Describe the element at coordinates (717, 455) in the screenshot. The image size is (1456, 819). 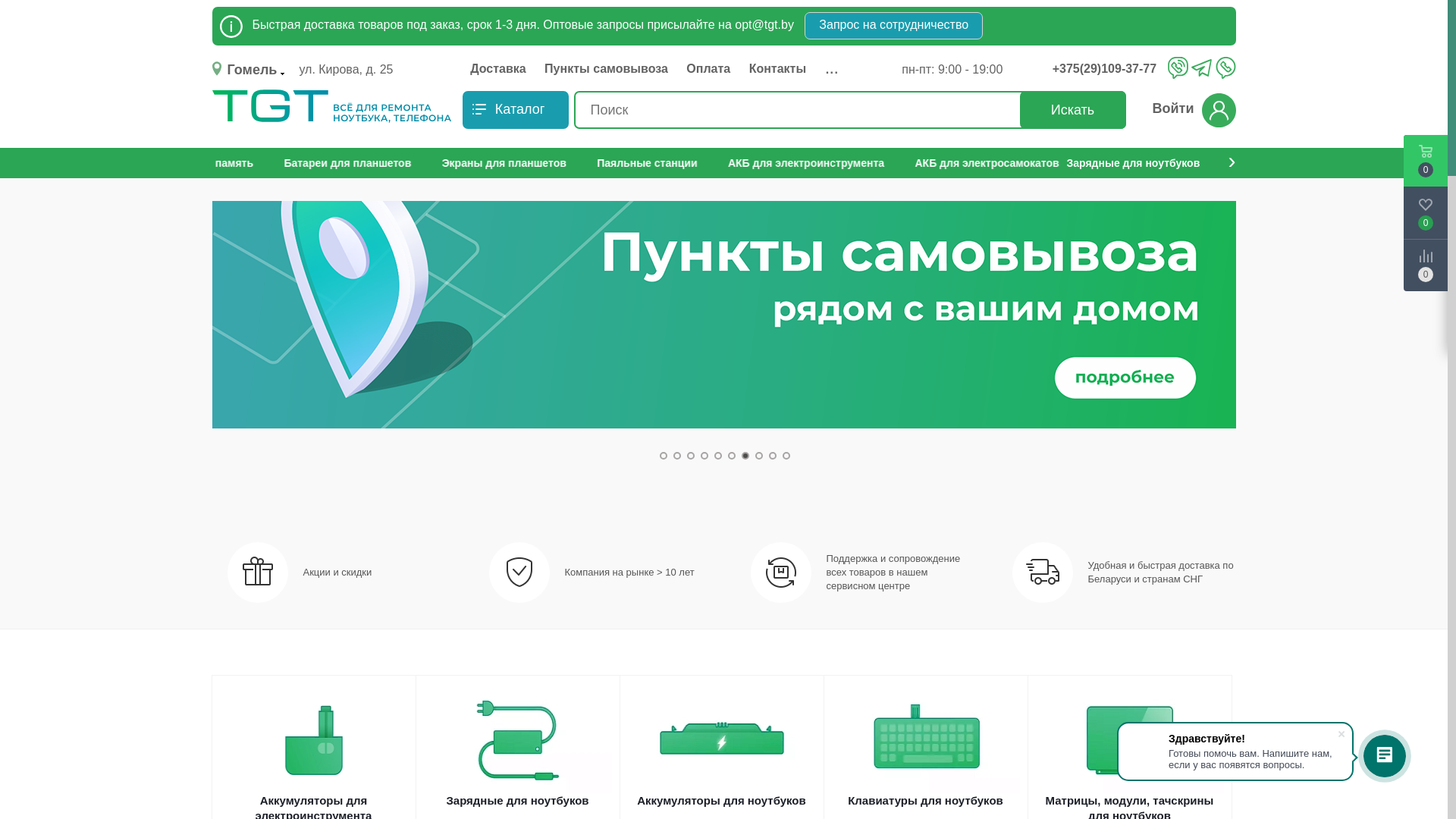
I see `'5'` at that location.